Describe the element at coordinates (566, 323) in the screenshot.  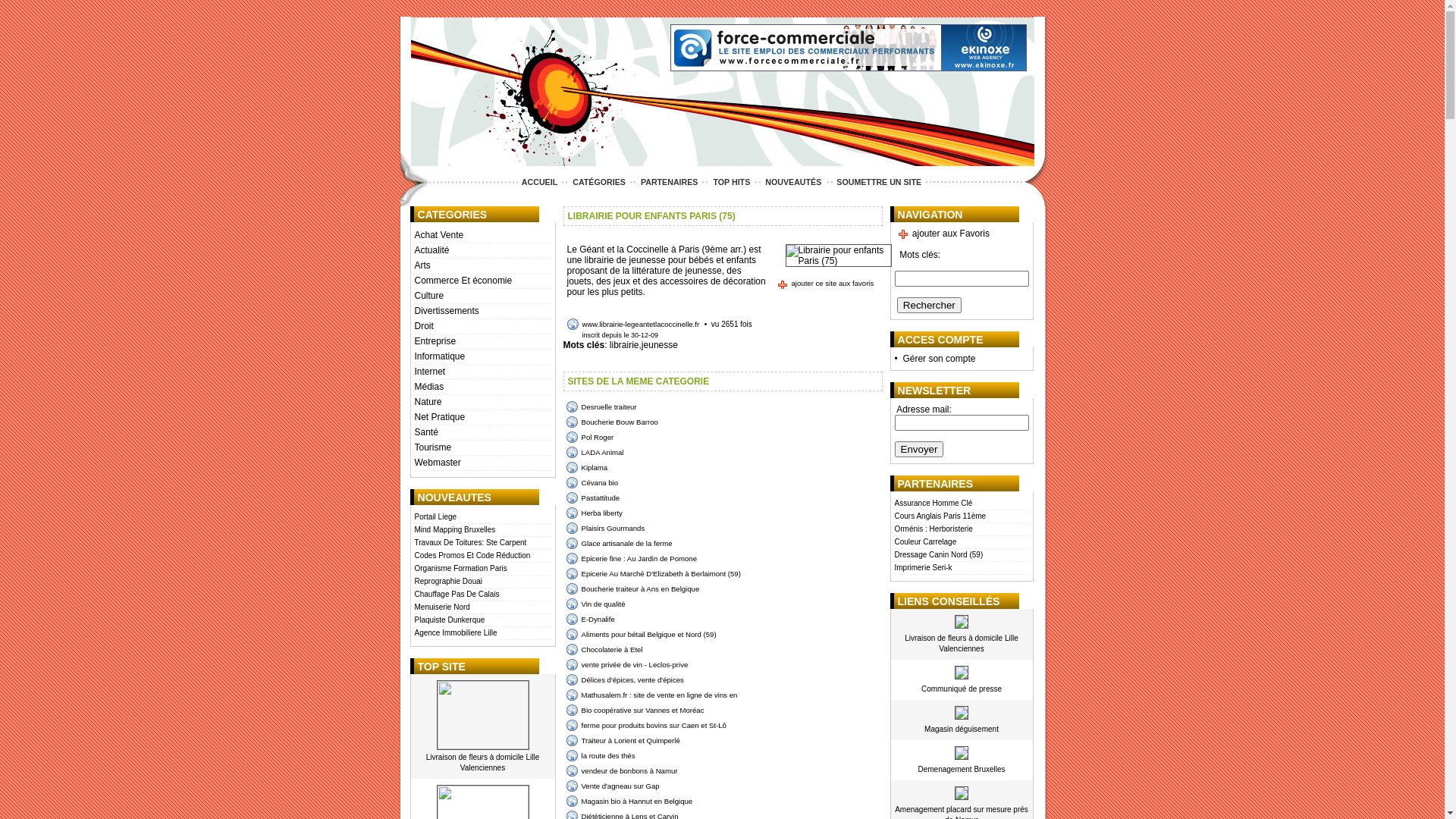
I see `'www.librairie-legeantetlacoccinelle.fr'` at that location.